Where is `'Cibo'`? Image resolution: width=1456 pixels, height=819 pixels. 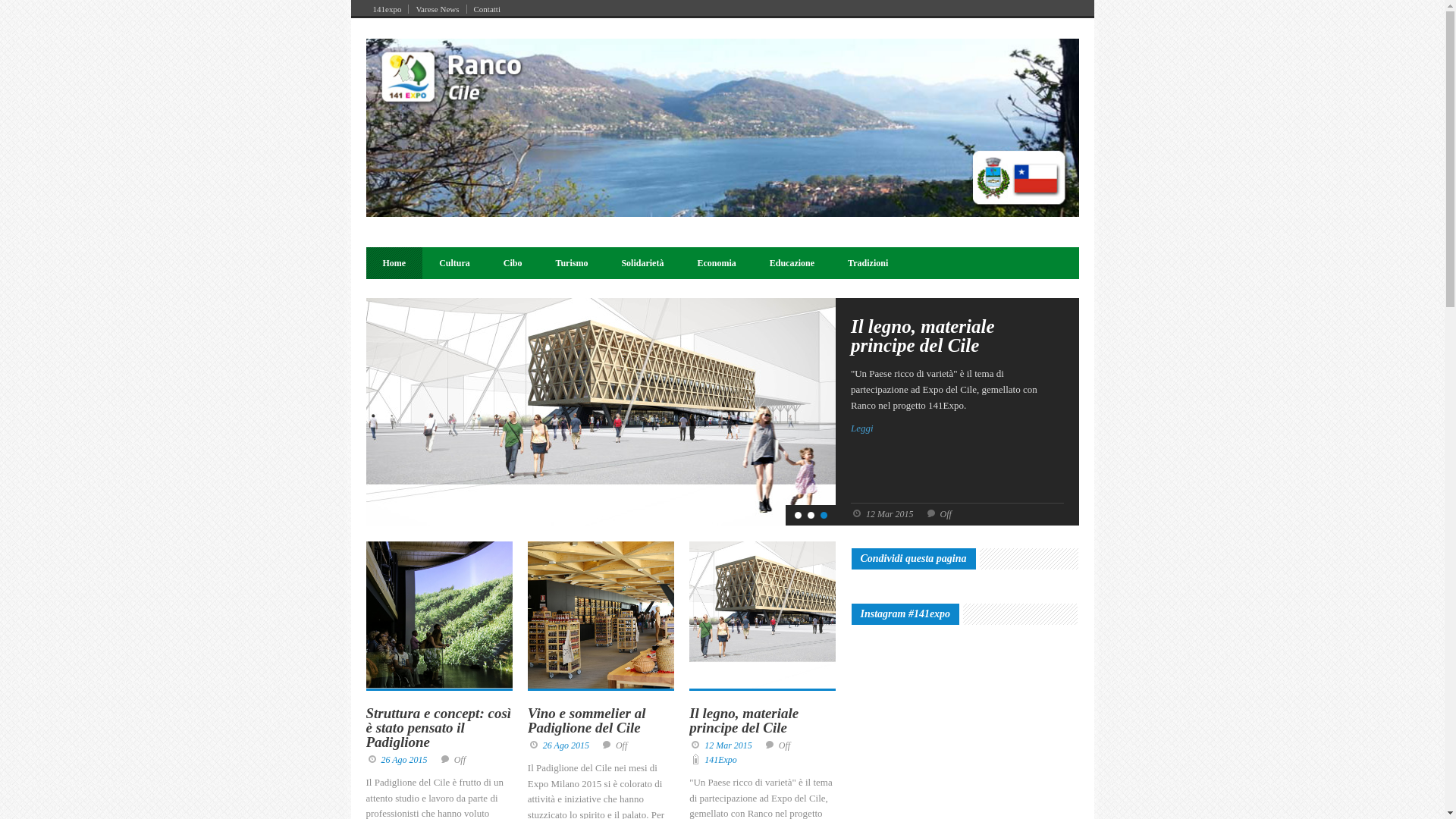
'Cibo' is located at coordinates (513, 262).